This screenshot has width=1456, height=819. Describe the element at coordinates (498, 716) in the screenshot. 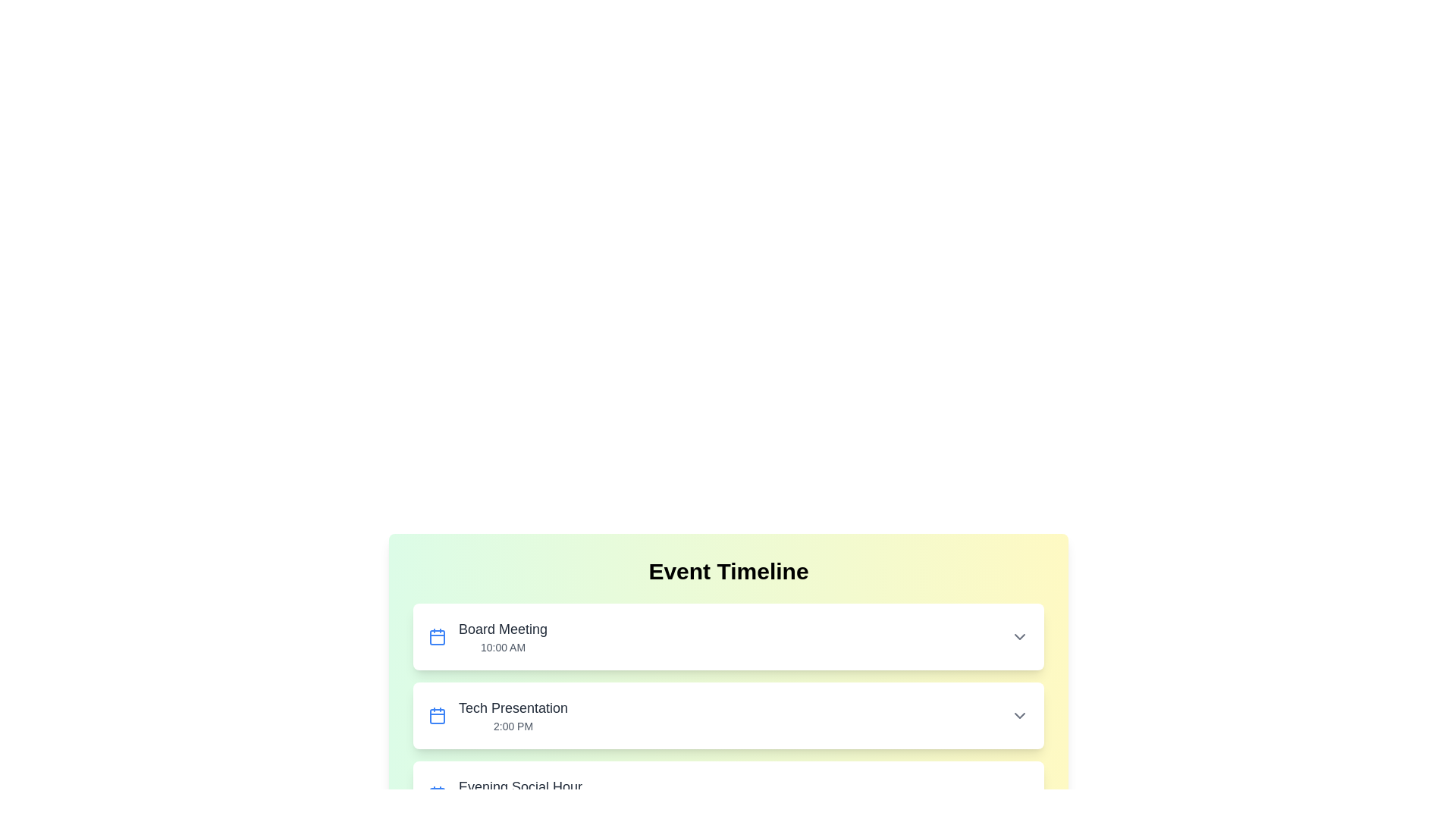

I see `the list item labeled 'Tech Presentation' with a calendar icon` at that location.